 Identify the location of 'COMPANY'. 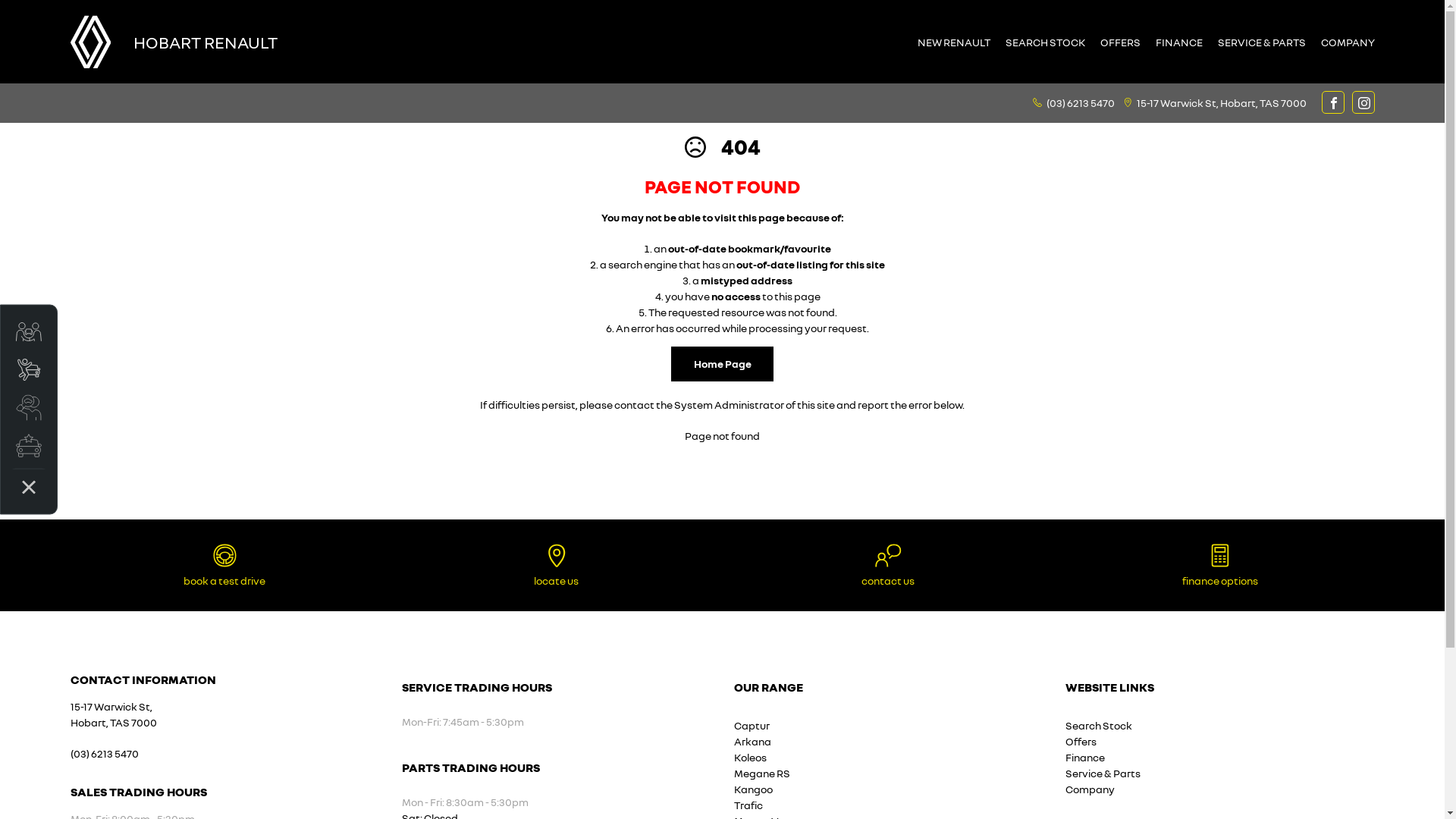
(1313, 41).